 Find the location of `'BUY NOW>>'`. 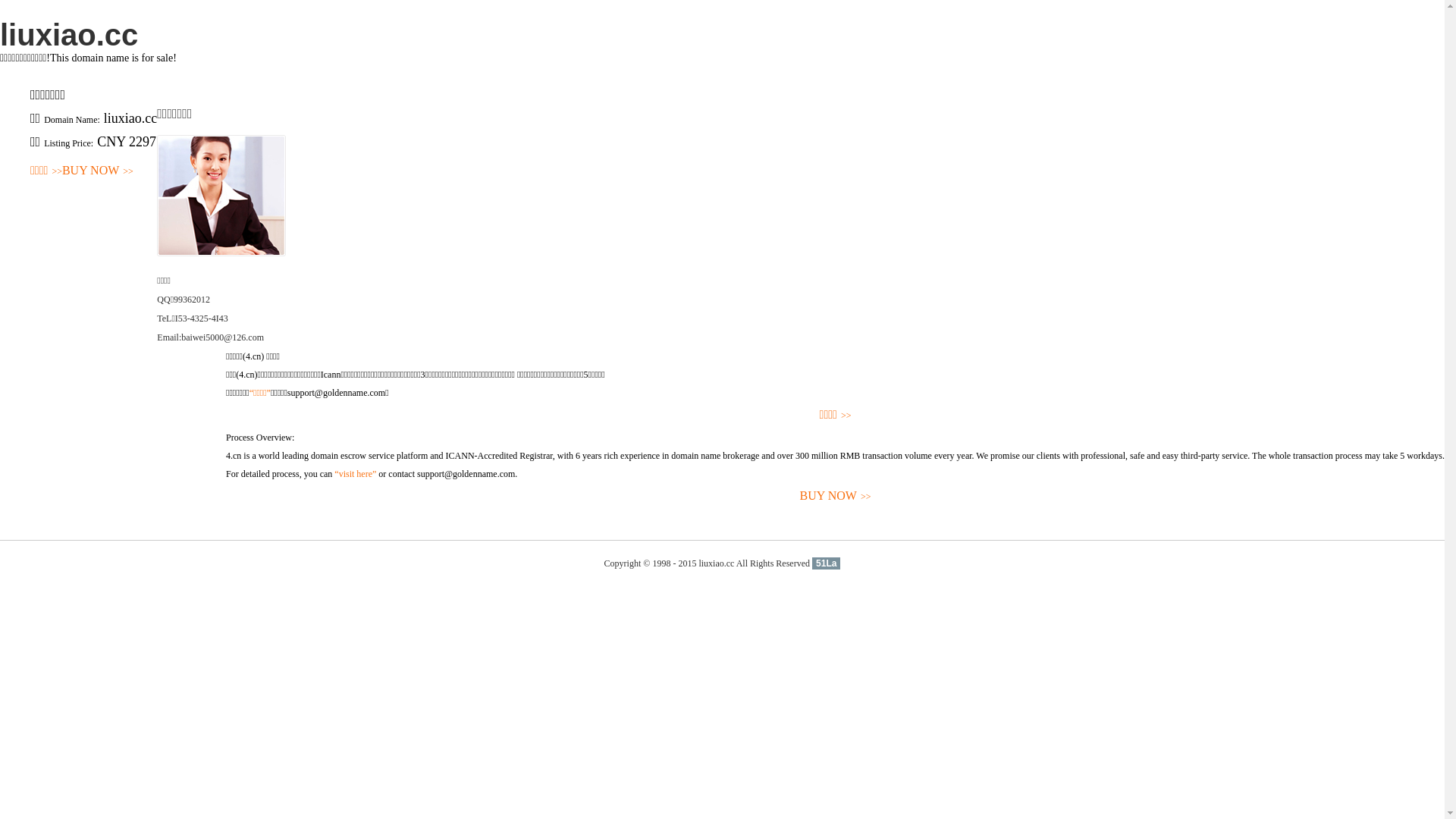

'BUY NOW>>' is located at coordinates (97, 171).